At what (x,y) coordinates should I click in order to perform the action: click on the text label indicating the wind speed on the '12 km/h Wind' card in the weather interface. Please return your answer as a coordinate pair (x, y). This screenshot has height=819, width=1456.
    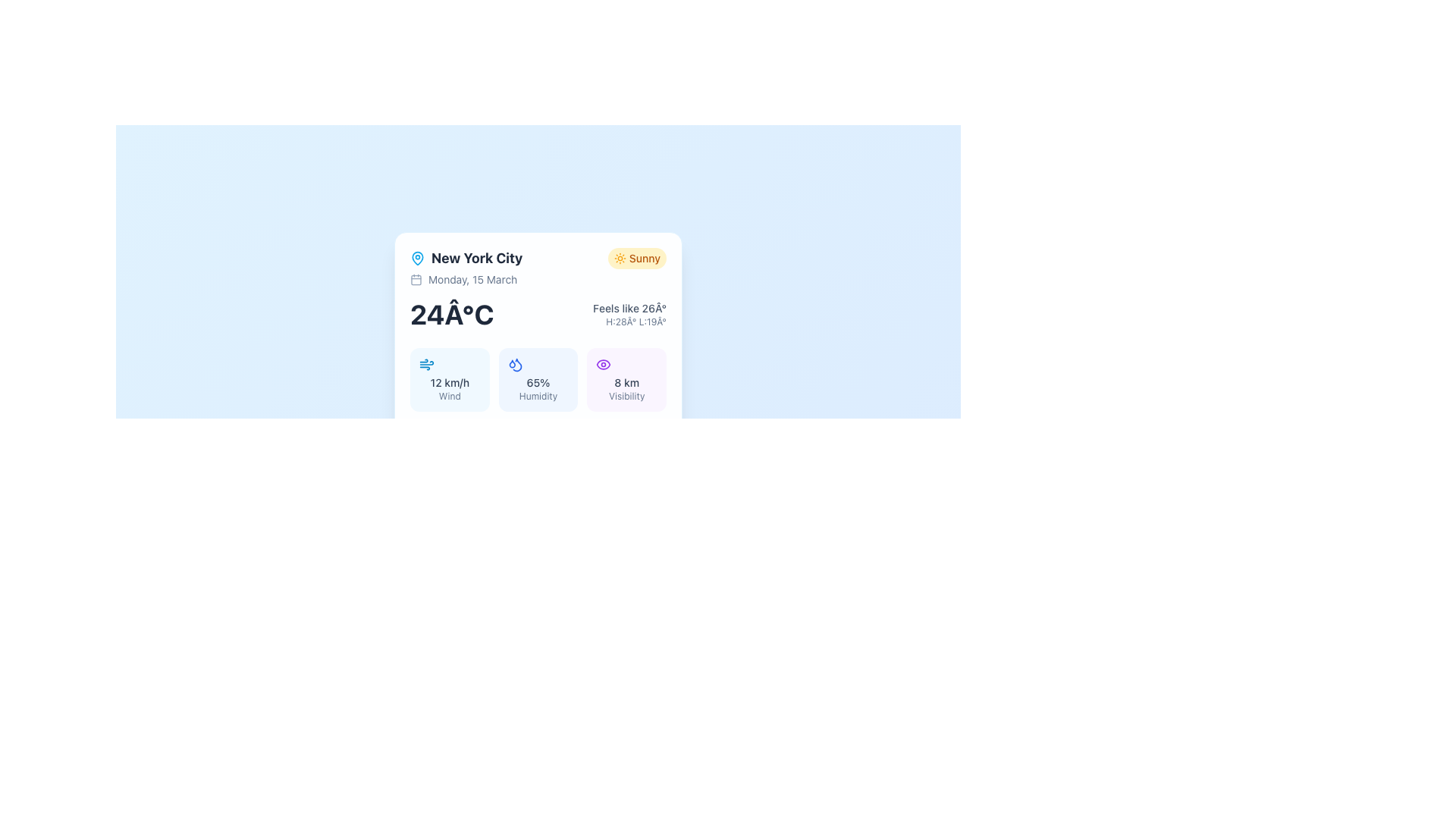
    Looking at the image, I should click on (449, 396).